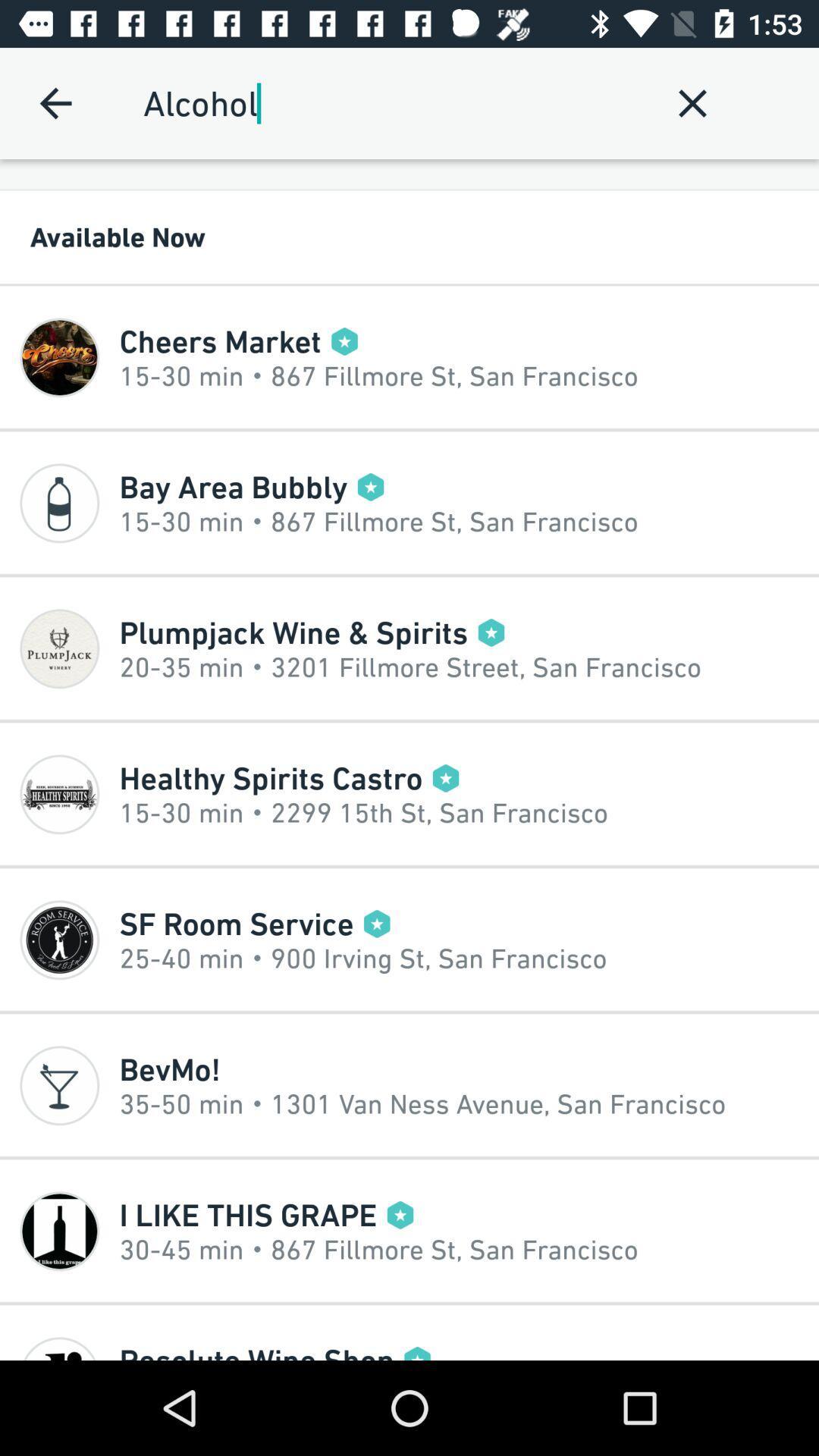 Image resolution: width=819 pixels, height=1456 pixels. What do you see at coordinates (389, 102) in the screenshot?
I see `the field which says alcohol` at bounding box center [389, 102].